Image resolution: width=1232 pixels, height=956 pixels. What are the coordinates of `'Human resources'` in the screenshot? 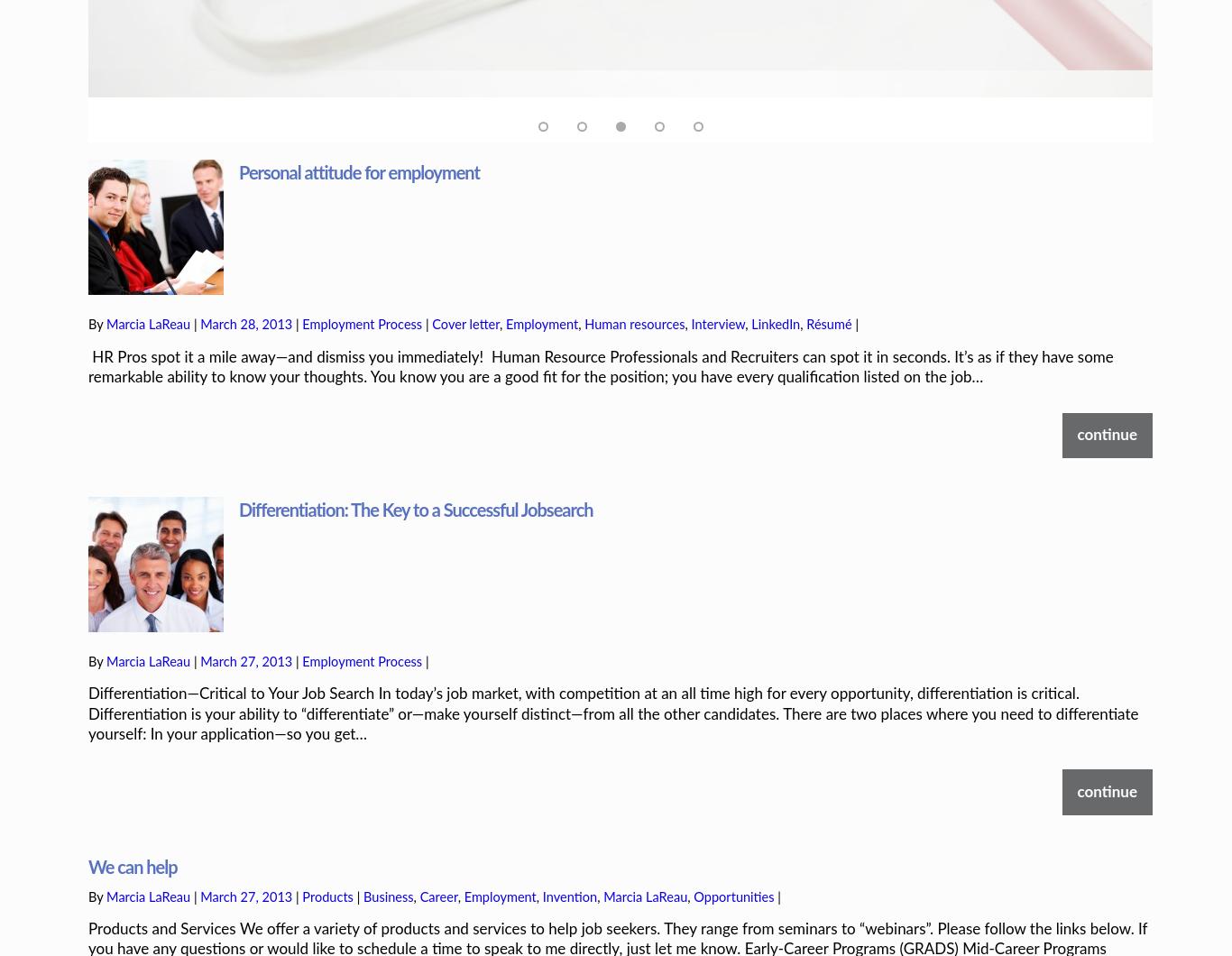 It's located at (634, 263).